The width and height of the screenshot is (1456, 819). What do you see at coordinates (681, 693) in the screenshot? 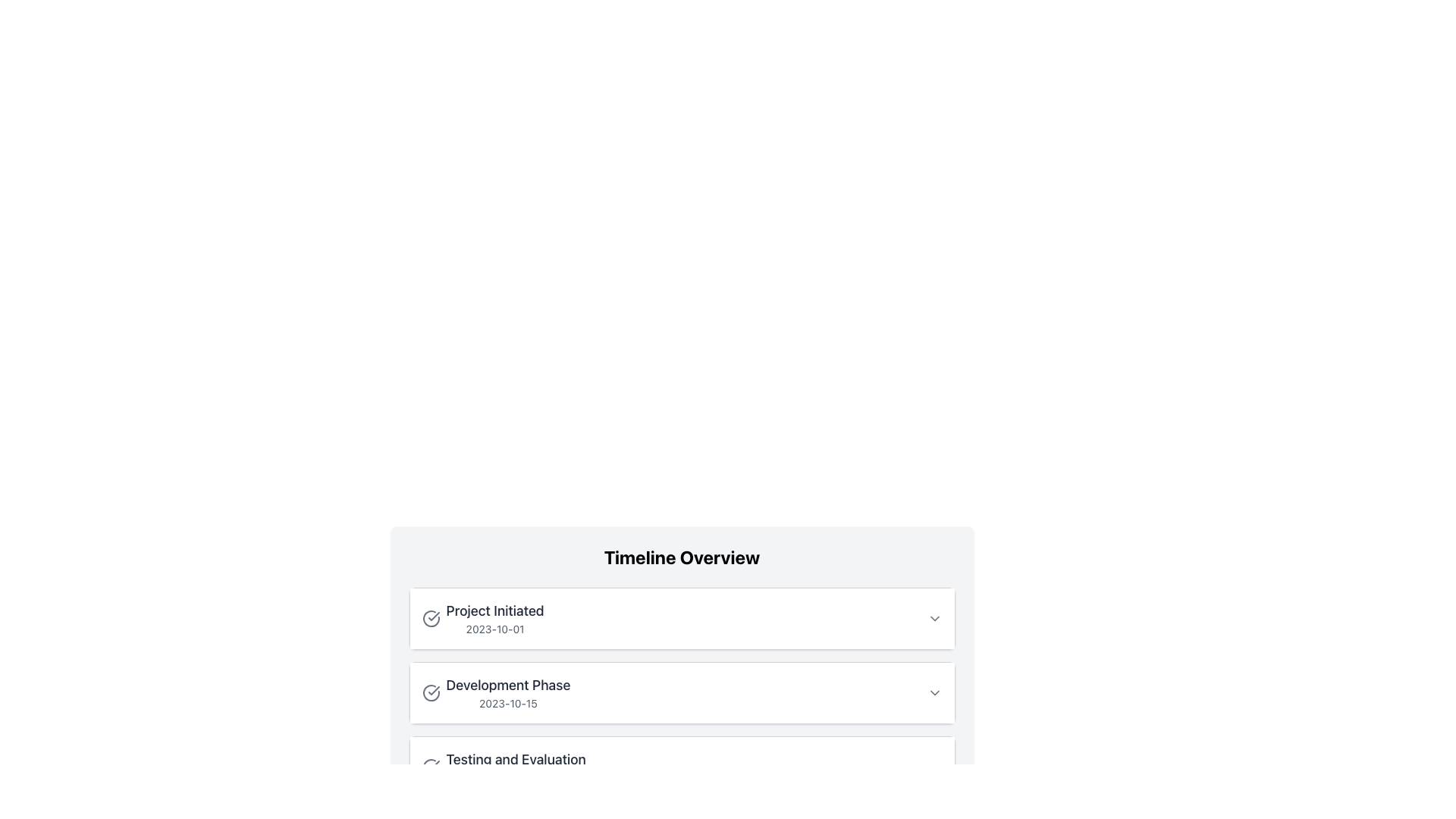
I see `the Interactive List Item labeled 'Development Phase'` at bounding box center [681, 693].